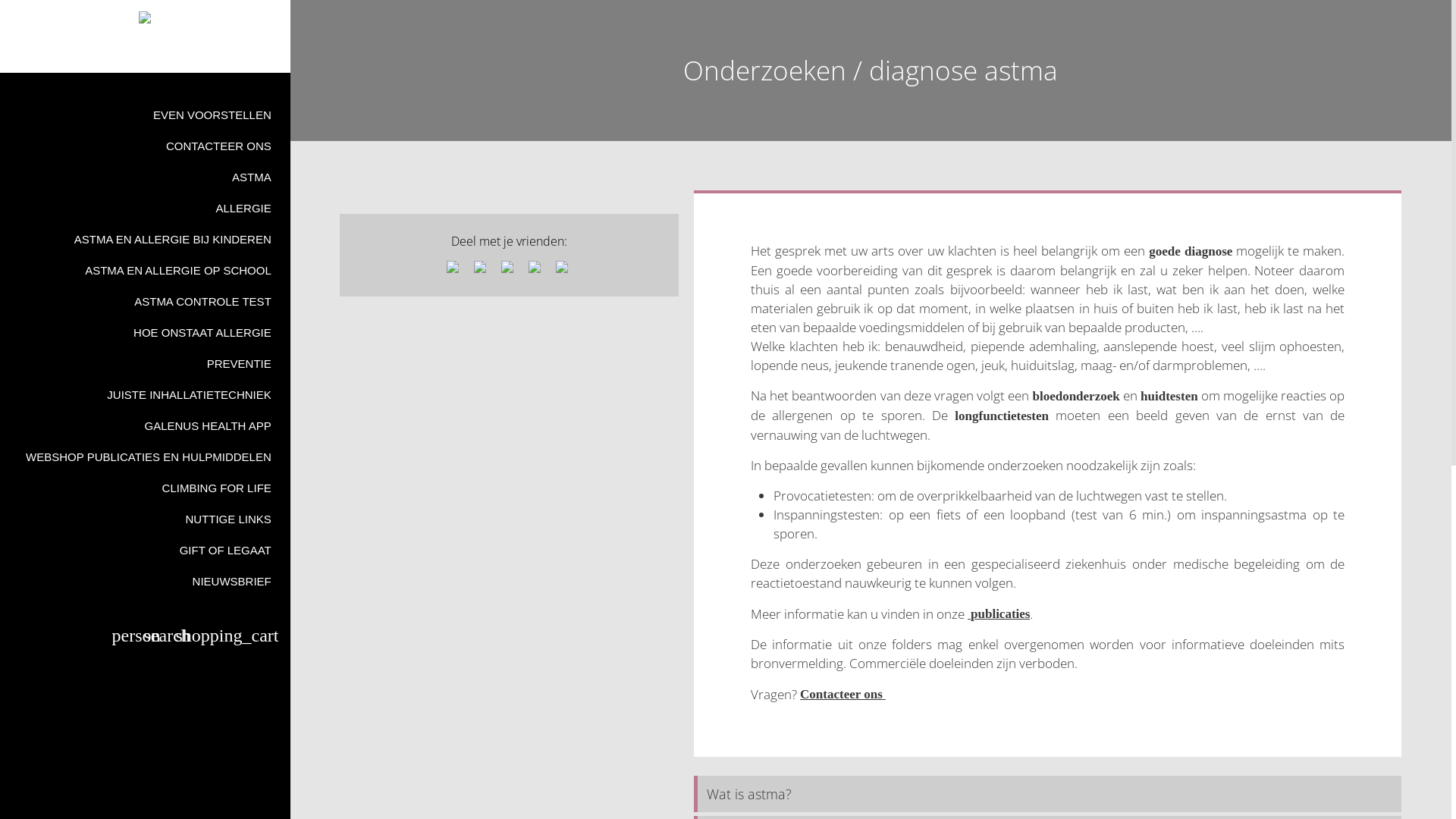 The image size is (1456, 819). I want to click on 'Astma en Allergiekoepel vzw', so click(145, 17).